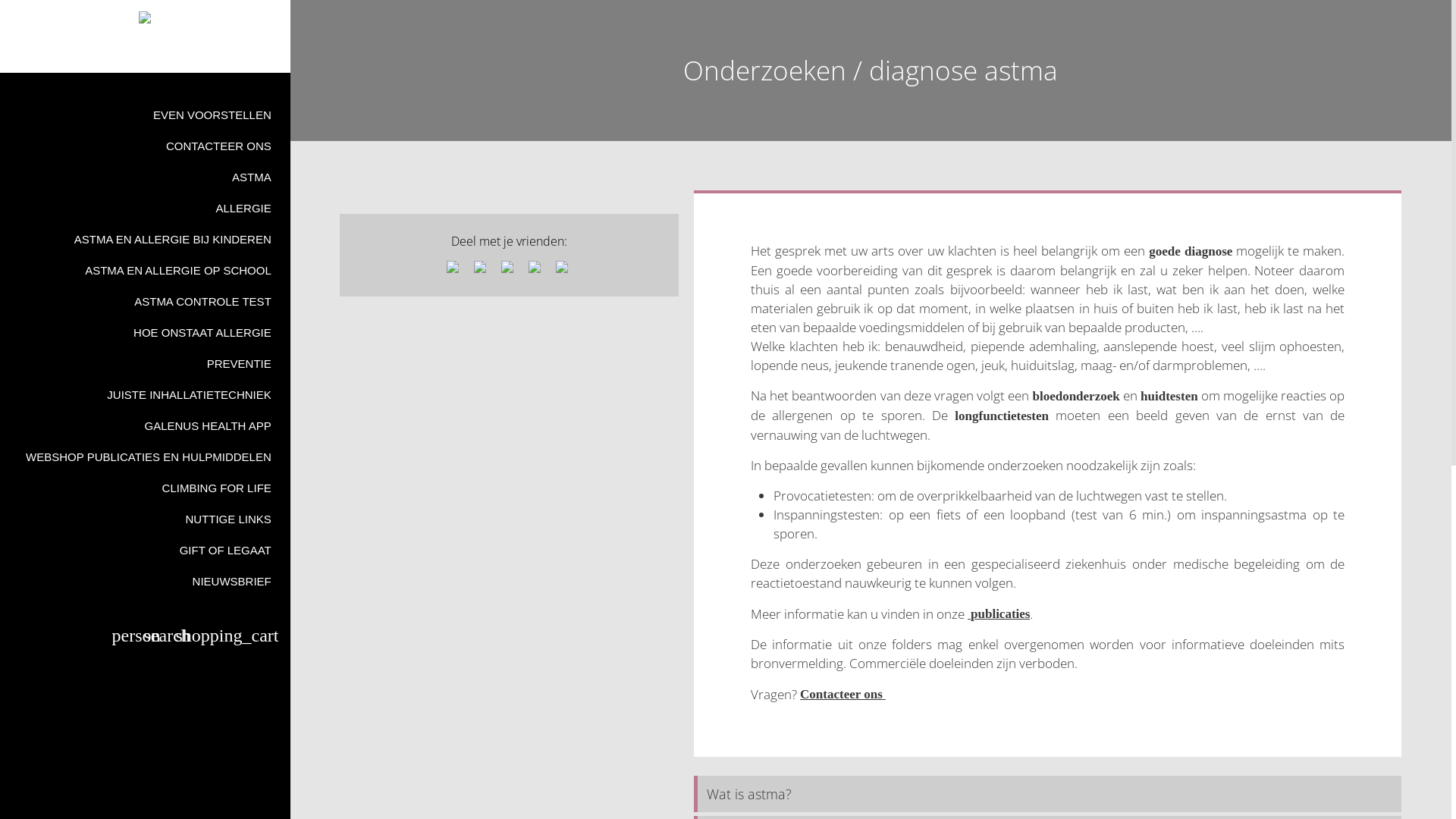 The image size is (1456, 819). I want to click on 'Astma en Allergiekoepel vzw', so click(145, 17).